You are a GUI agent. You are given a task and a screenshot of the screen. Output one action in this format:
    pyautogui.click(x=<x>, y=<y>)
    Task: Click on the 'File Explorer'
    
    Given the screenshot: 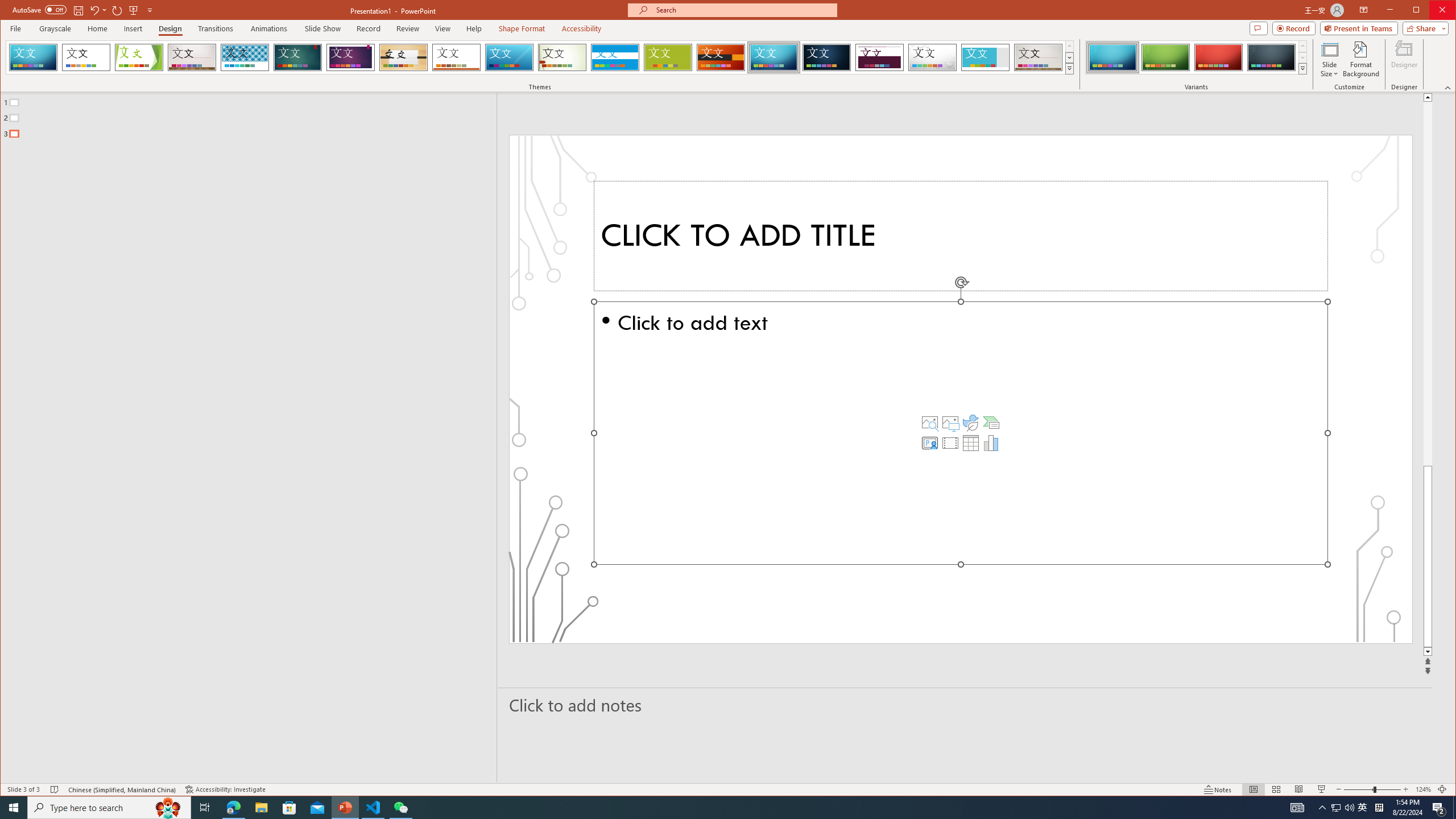 What is the action you would take?
    pyautogui.click(x=260, y=806)
    